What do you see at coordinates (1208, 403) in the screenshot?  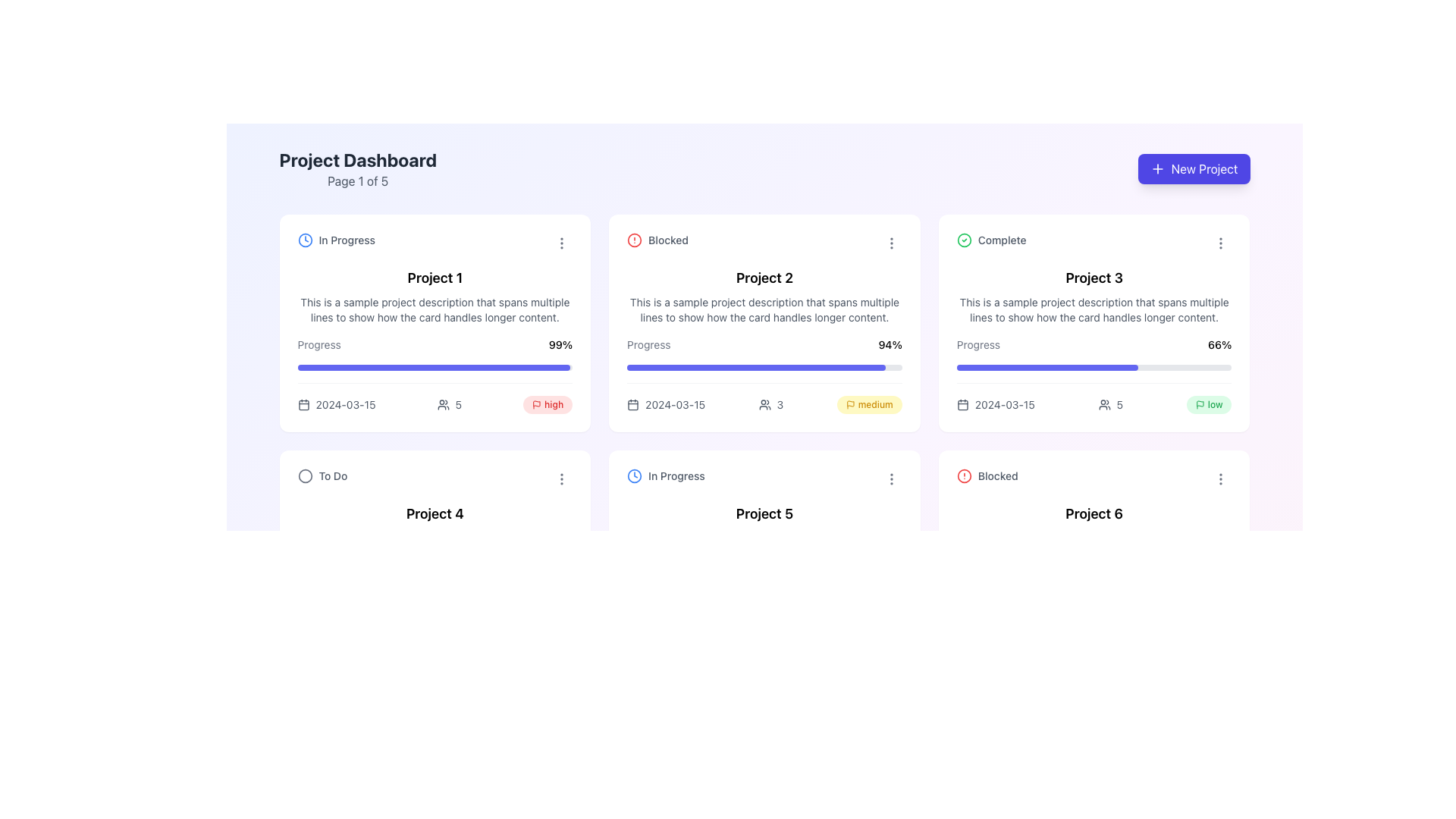 I see `the label styled in green with the text 'low' next to a small flag icon, located in the bottom-right corner of the 'Project 3' card, indicating the project's low priority status` at bounding box center [1208, 403].